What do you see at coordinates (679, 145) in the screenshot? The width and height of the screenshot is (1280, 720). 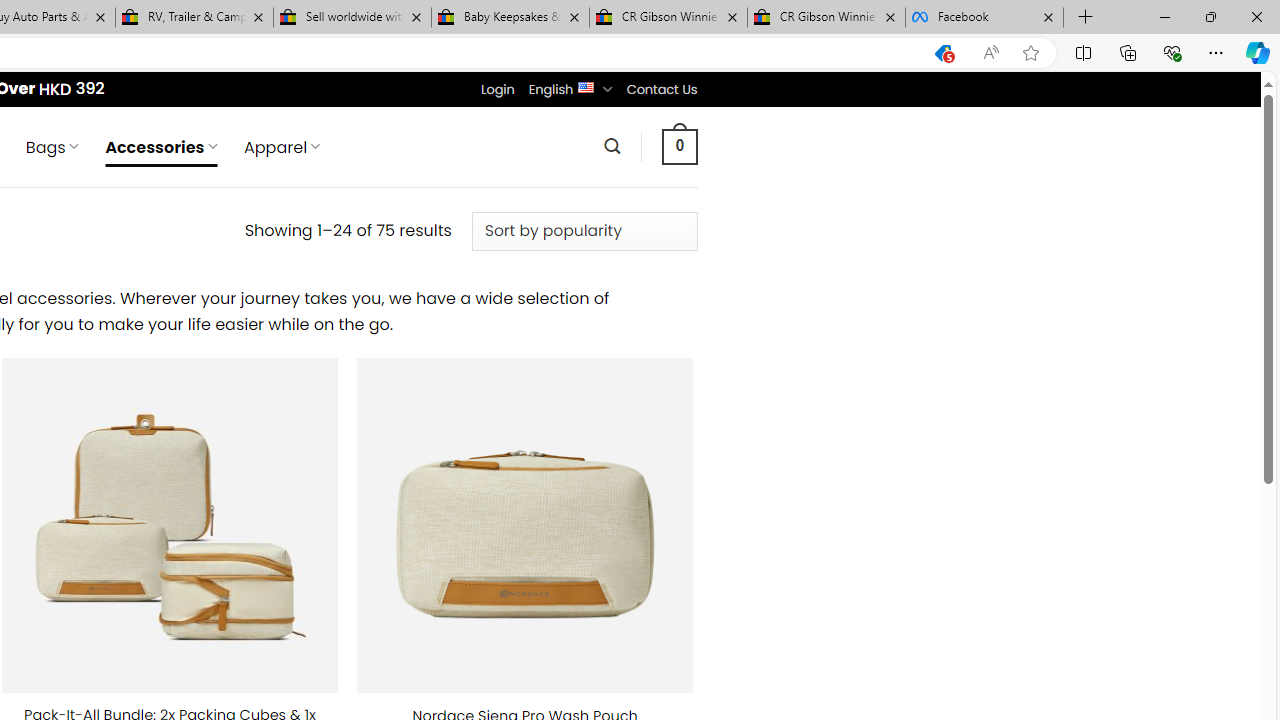 I see `'  0  '` at bounding box center [679, 145].